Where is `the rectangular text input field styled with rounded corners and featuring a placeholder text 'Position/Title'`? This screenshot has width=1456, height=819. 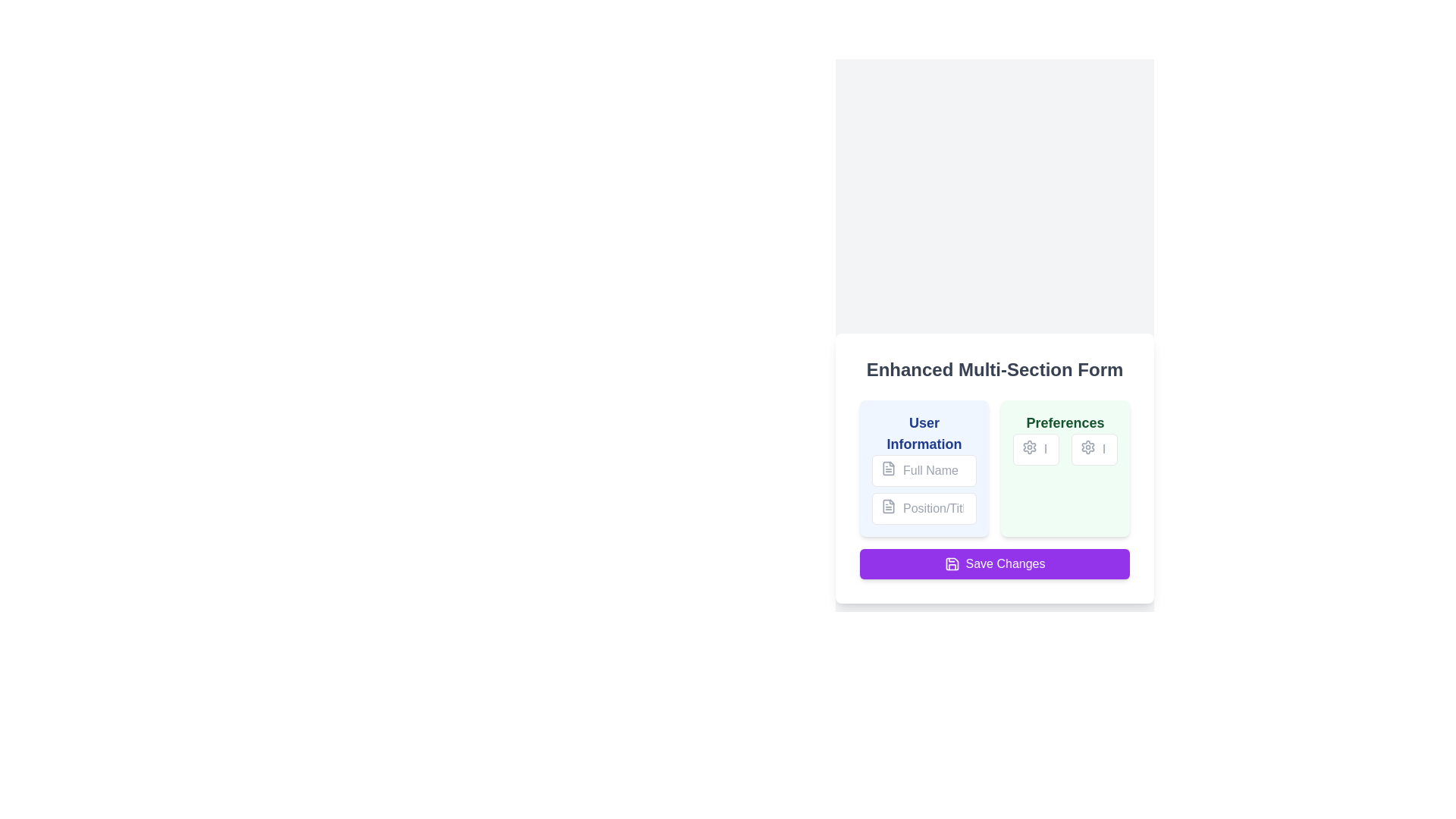 the rectangular text input field styled with rounded corners and featuring a placeholder text 'Position/Title' is located at coordinates (924, 509).